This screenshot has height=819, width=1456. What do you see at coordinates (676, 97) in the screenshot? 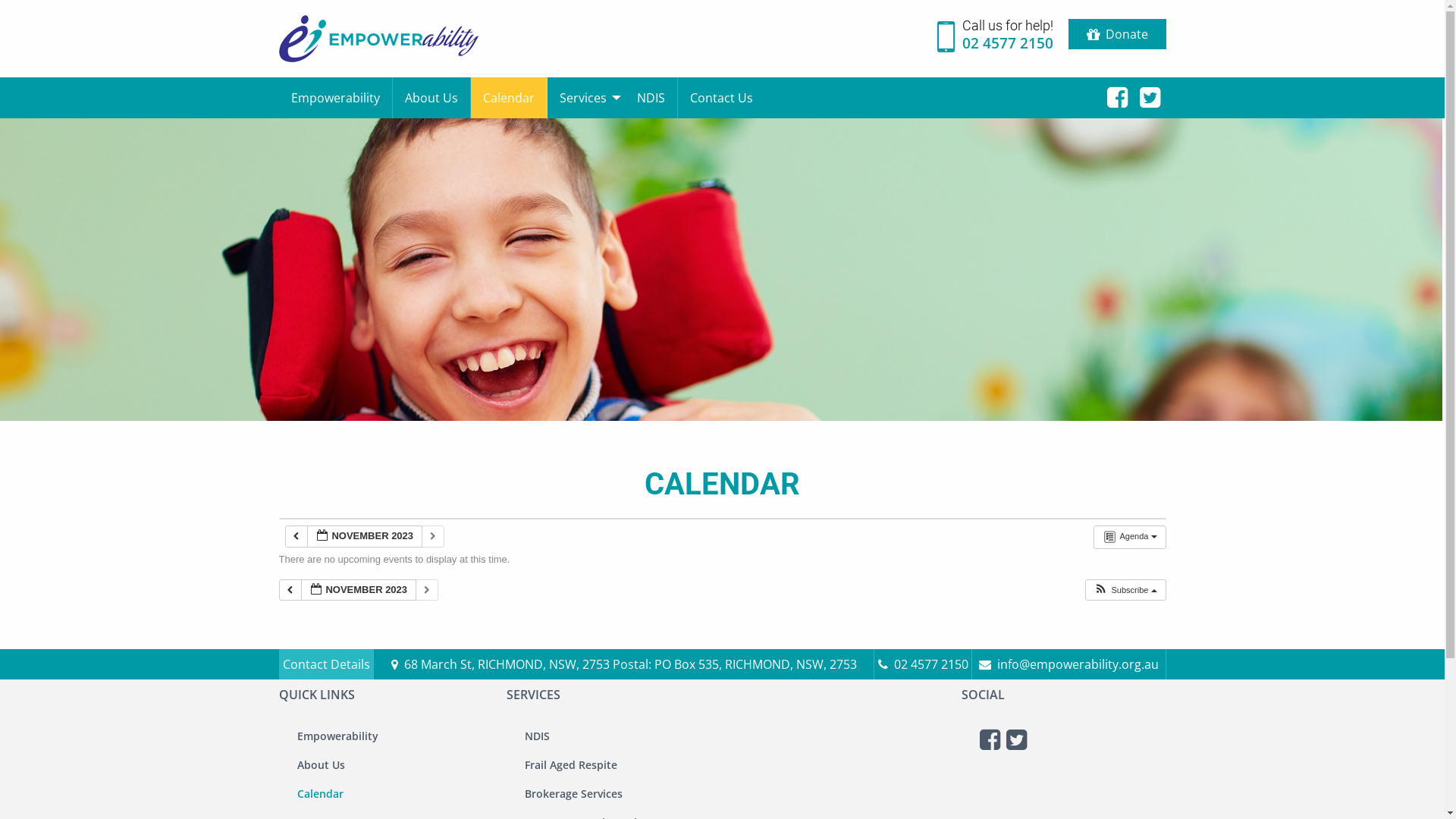
I see `'Contact Us'` at bounding box center [676, 97].